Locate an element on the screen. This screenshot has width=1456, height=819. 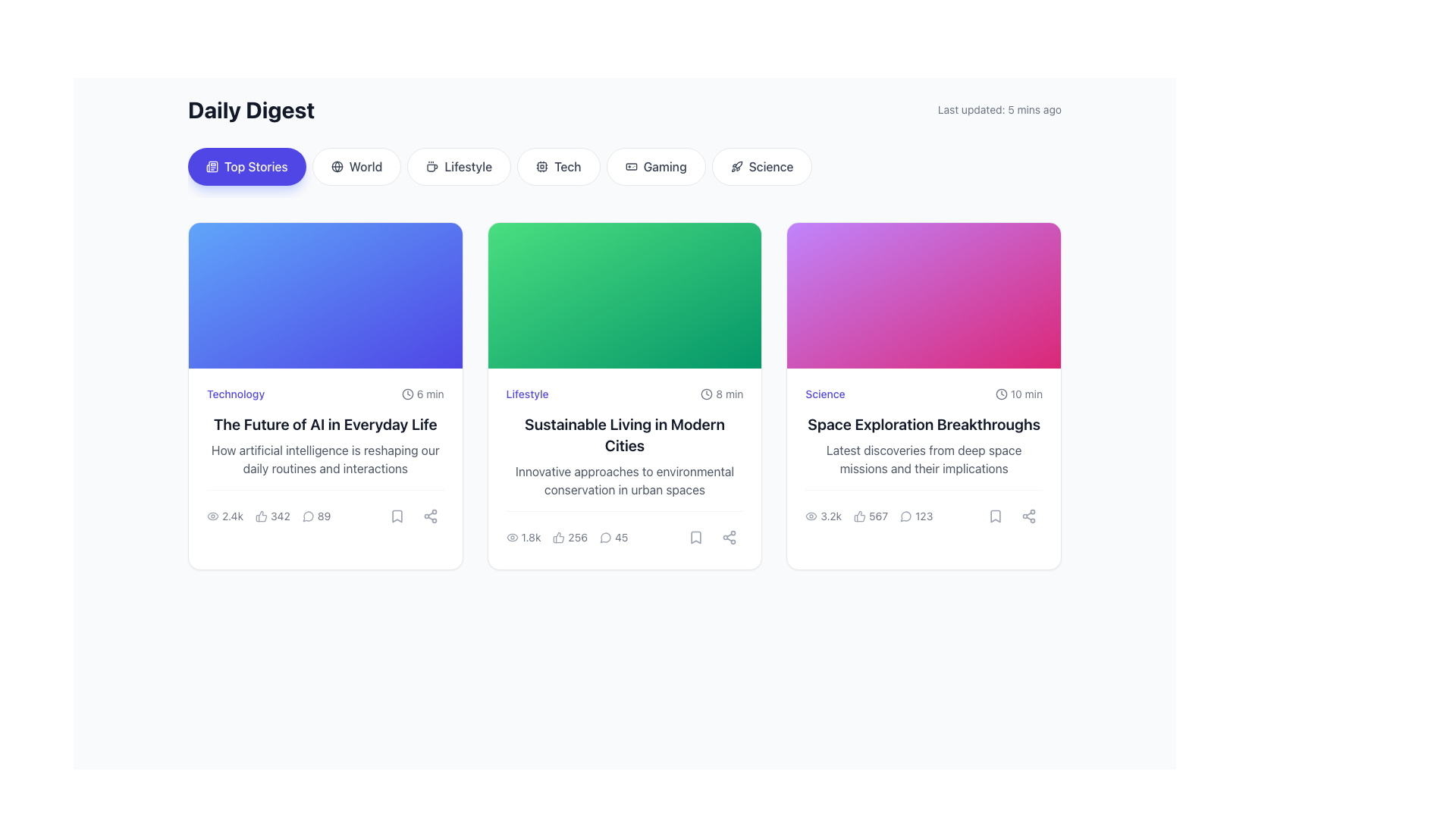
value displayed in the Text Label with Icon that shows the total number of views for the content card titled 'Sustainable Living in Modern Cities'. This element is the first numeric indicator in the row, positioned to the left of the counts '256' and '45' is located at coordinates (523, 537).